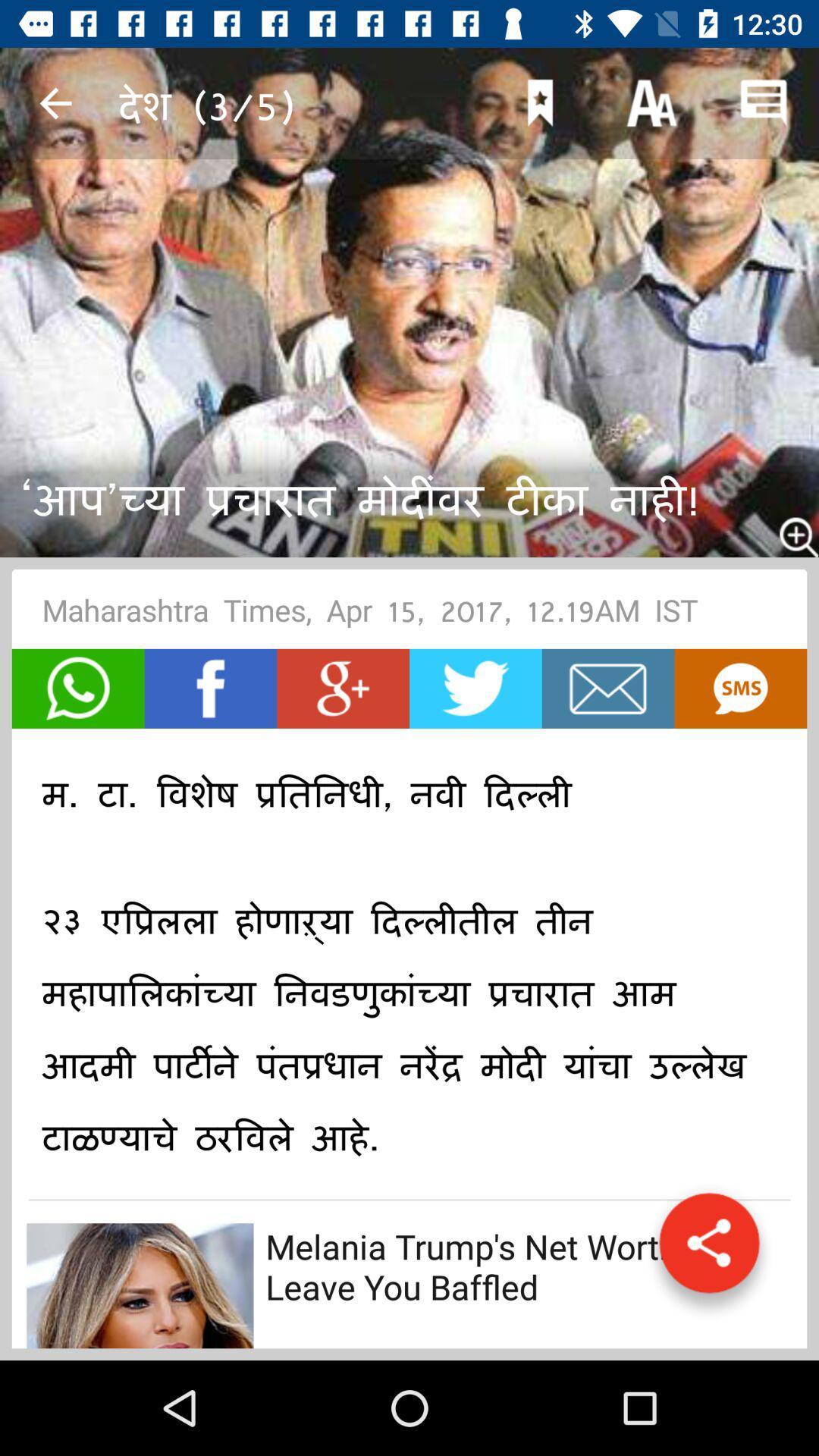 The height and width of the screenshot is (1456, 819). Describe the element at coordinates (739, 688) in the screenshot. I see `send a simple message service or send a text message` at that location.